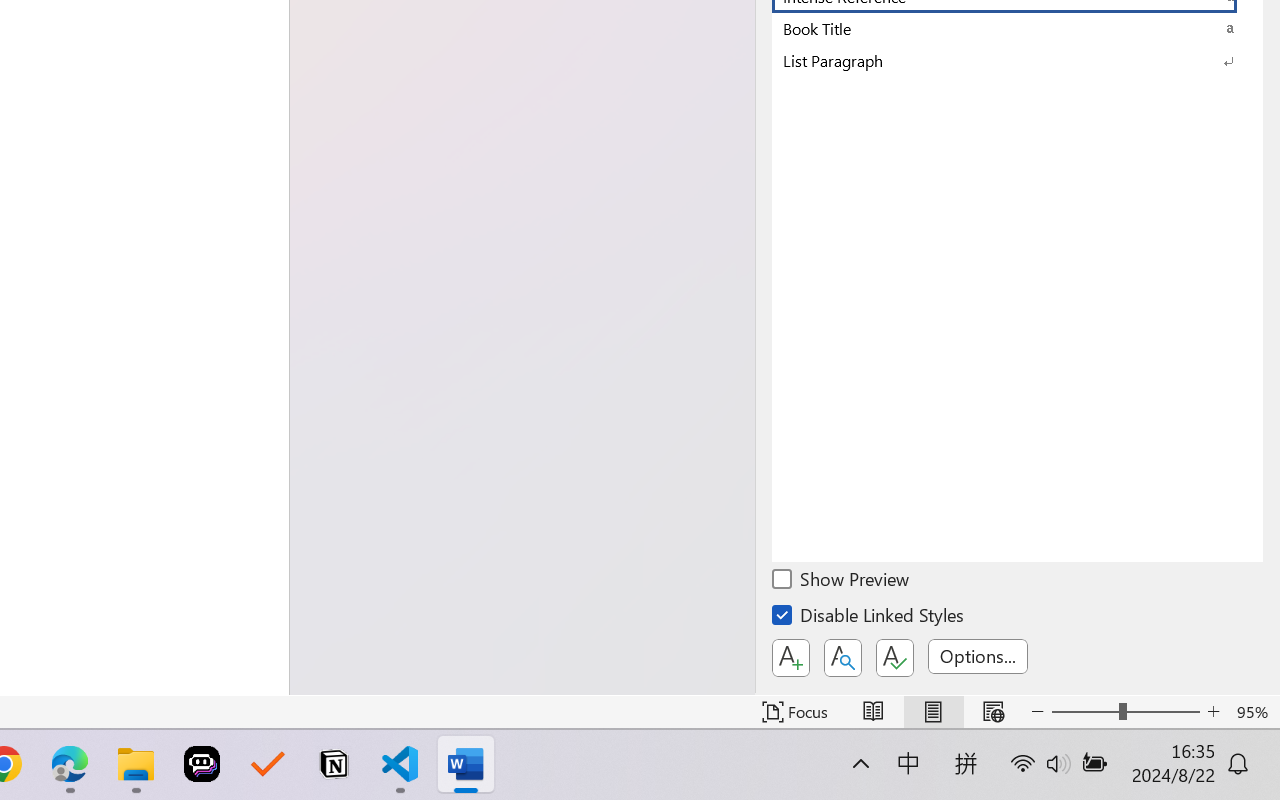 This screenshot has width=1280, height=800. Describe the element at coordinates (1017, 59) in the screenshot. I see `'List Paragraph'` at that location.